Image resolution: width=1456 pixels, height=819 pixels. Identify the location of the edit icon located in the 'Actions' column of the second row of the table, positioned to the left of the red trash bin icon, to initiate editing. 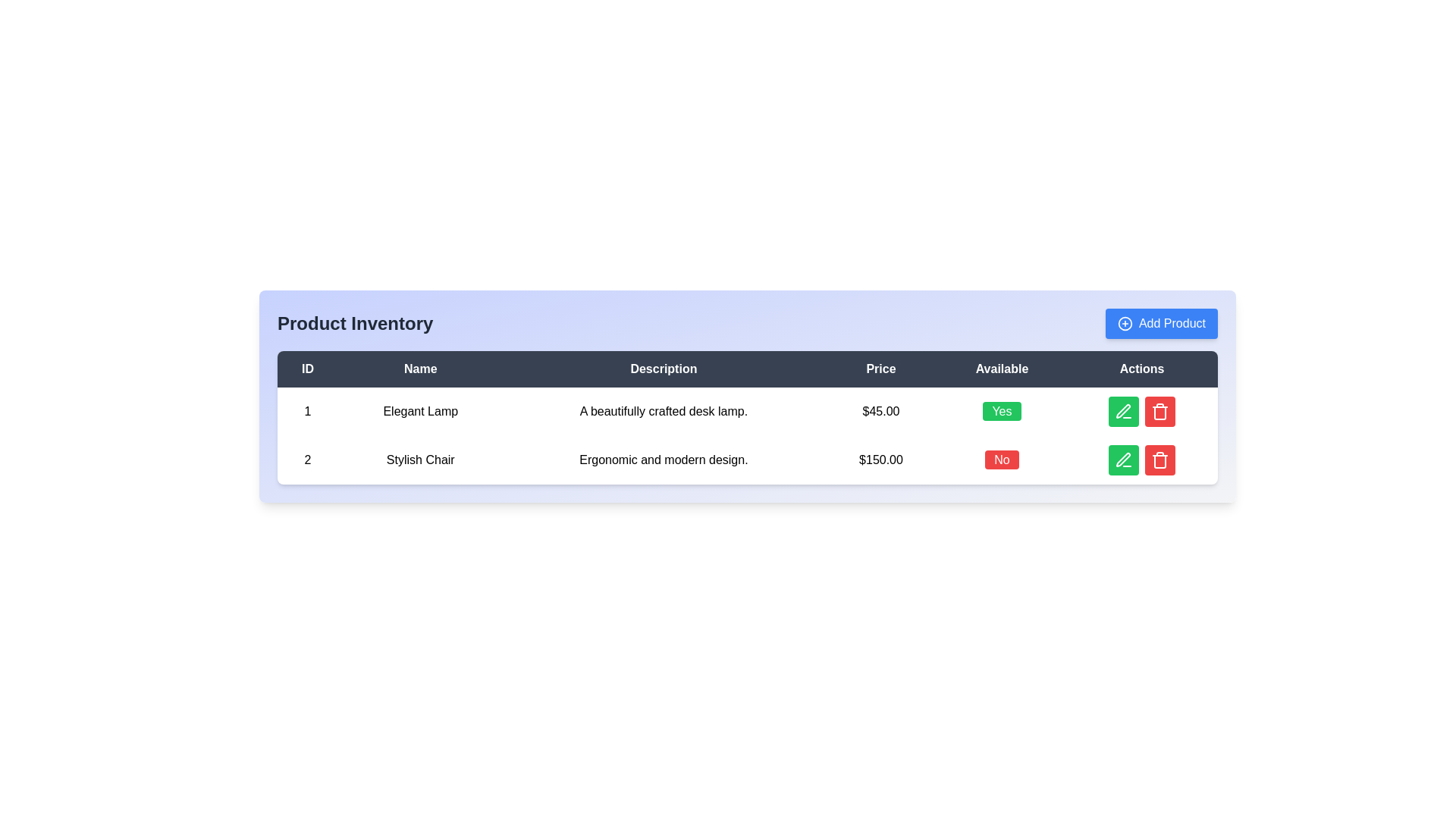
(1123, 411).